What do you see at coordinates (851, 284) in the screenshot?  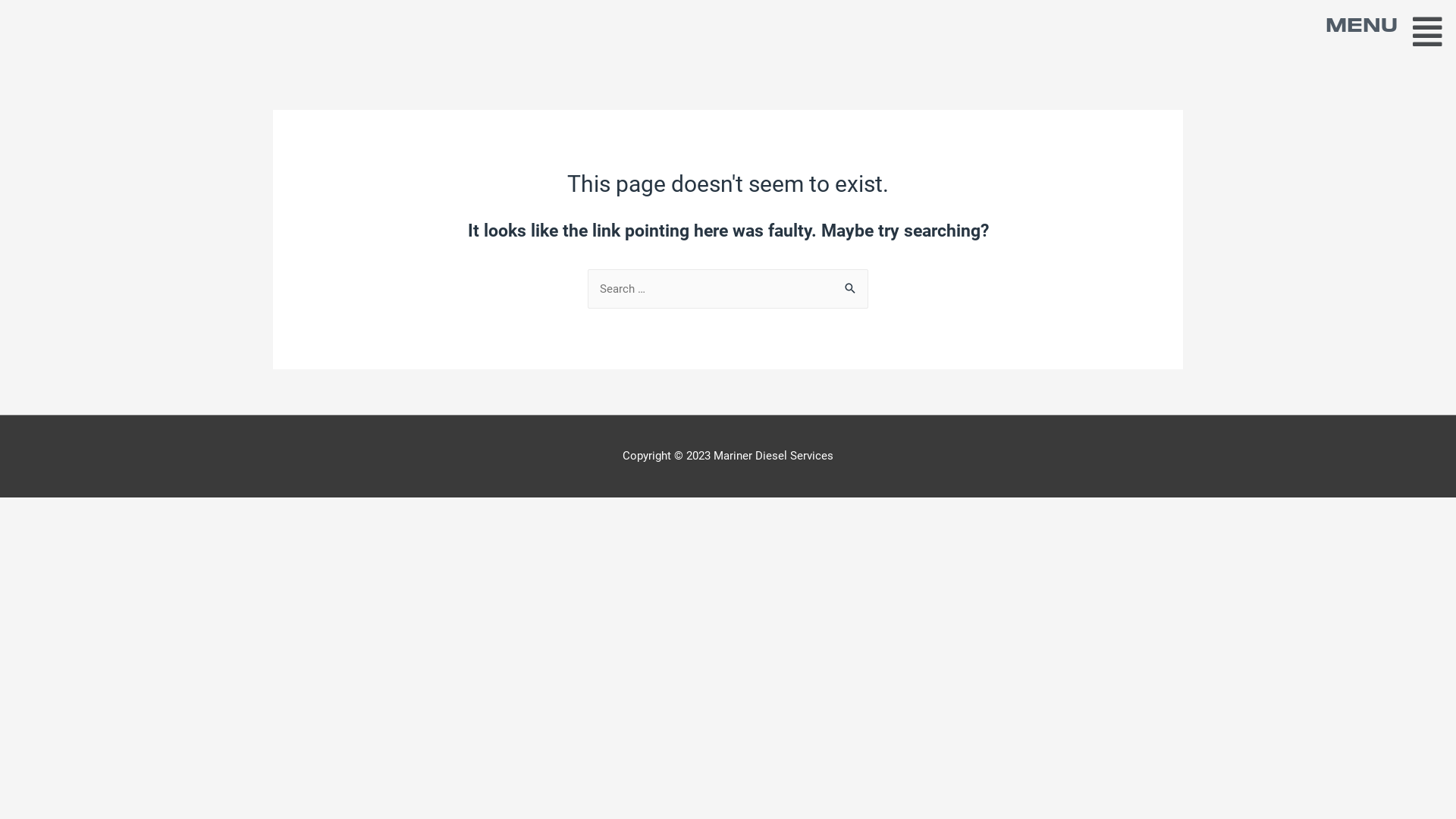 I see `'Search'` at bounding box center [851, 284].